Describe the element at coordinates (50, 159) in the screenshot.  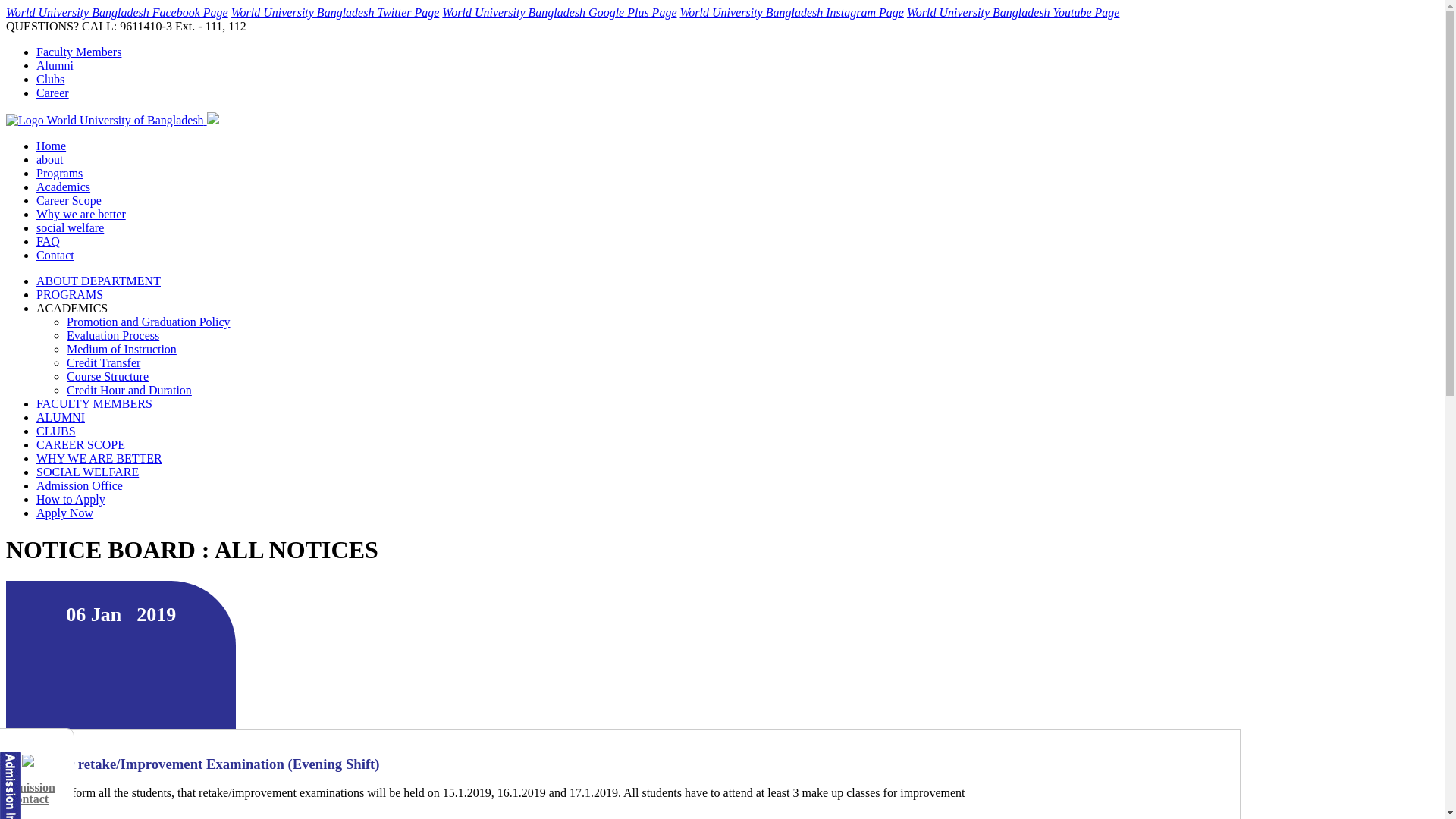
I see `'about'` at that location.